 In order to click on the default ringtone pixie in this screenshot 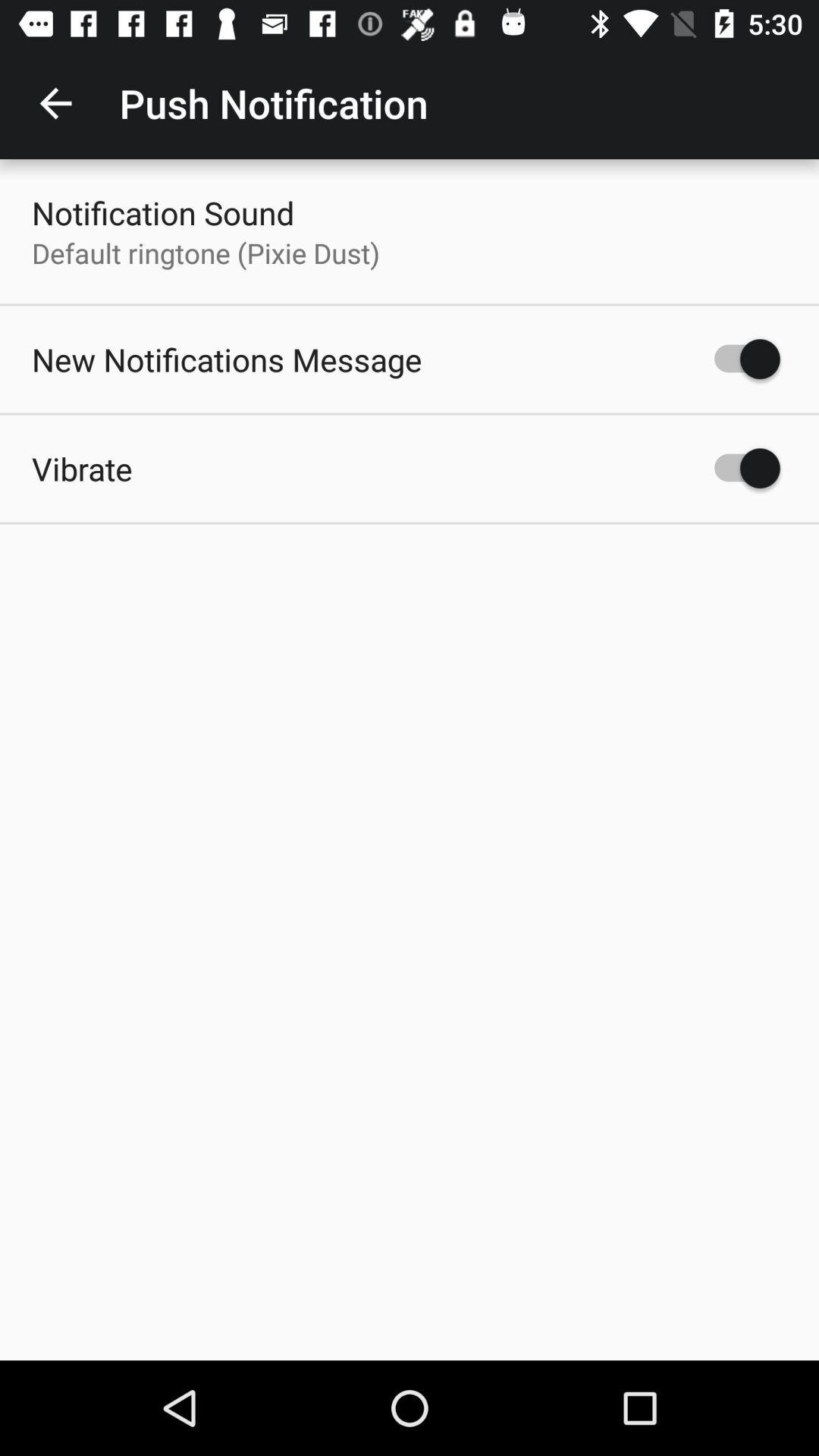, I will do `click(206, 253)`.